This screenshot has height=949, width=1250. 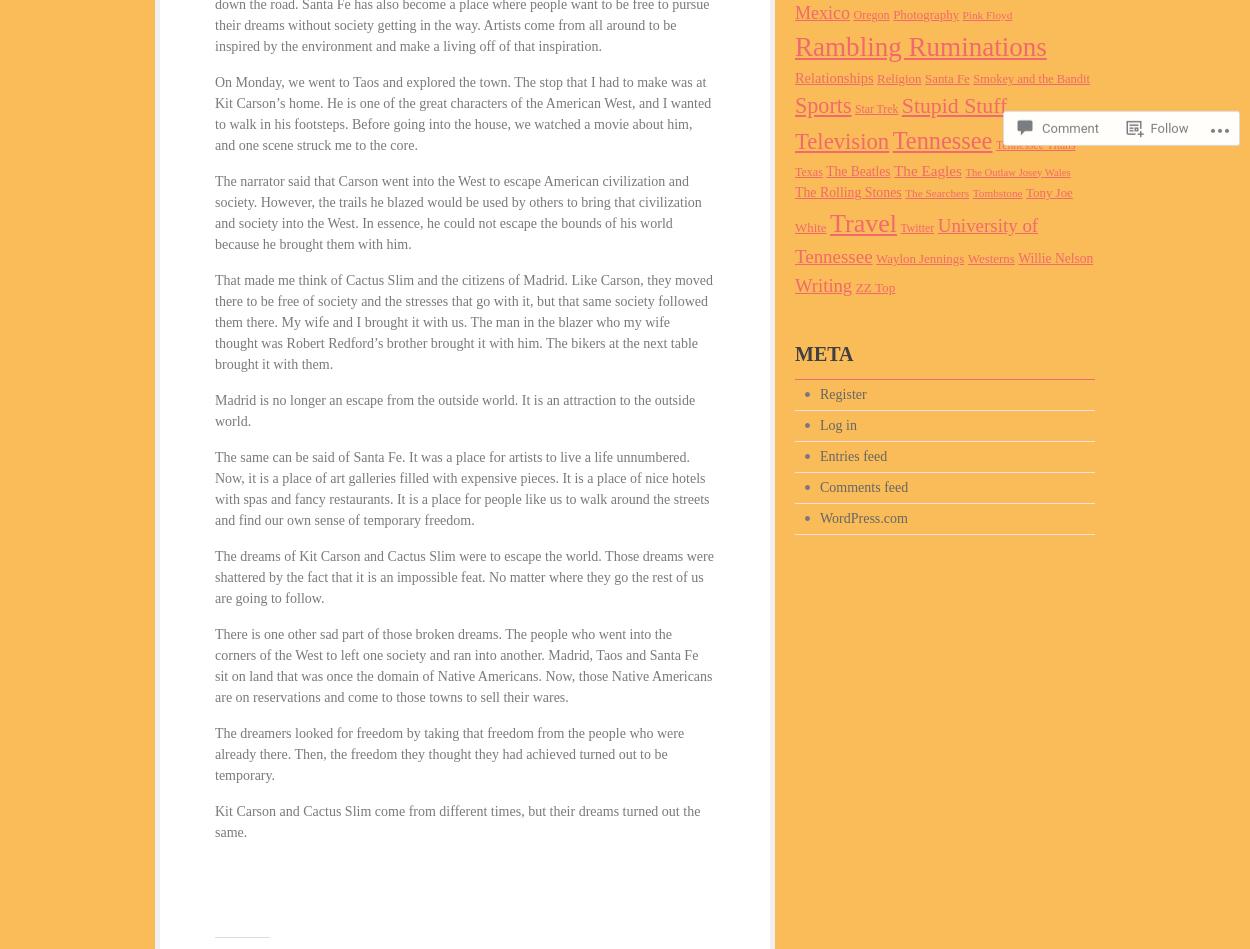 What do you see at coordinates (823, 353) in the screenshot?
I see `'Meta'` at bounding box center [823, 353].